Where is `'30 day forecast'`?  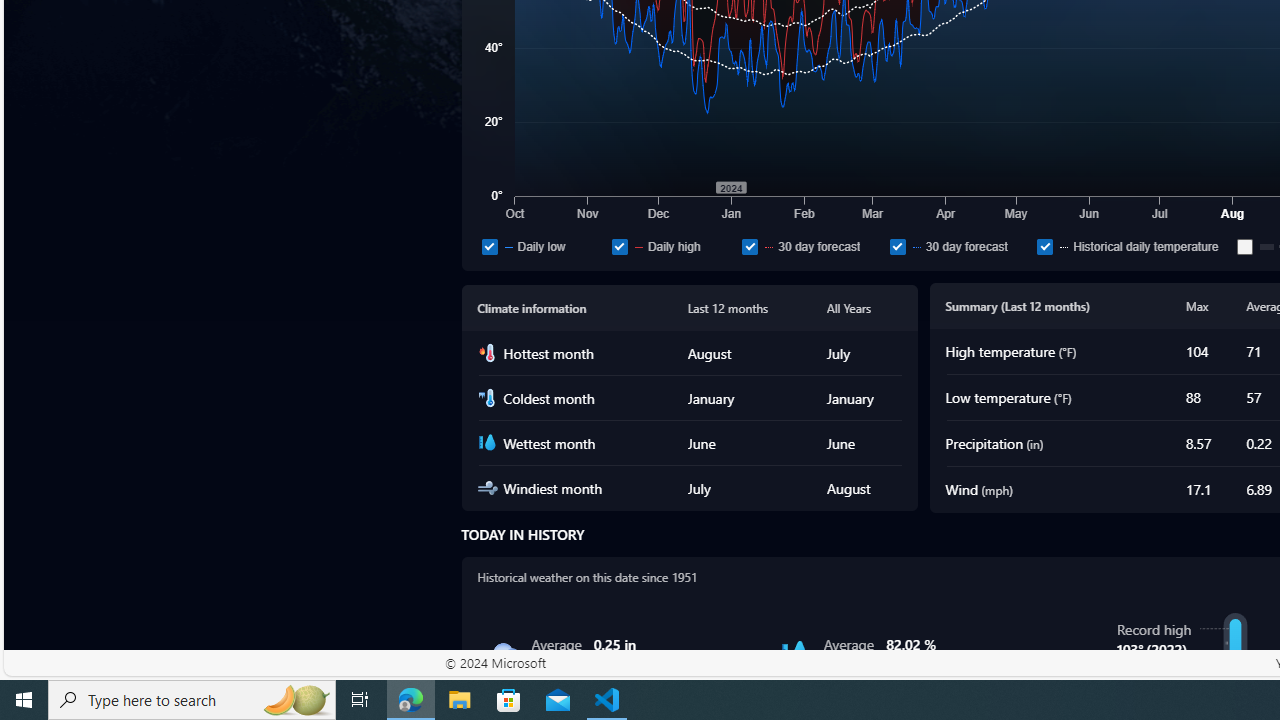
'30 day forecast' is located at coordinates (896, 245).